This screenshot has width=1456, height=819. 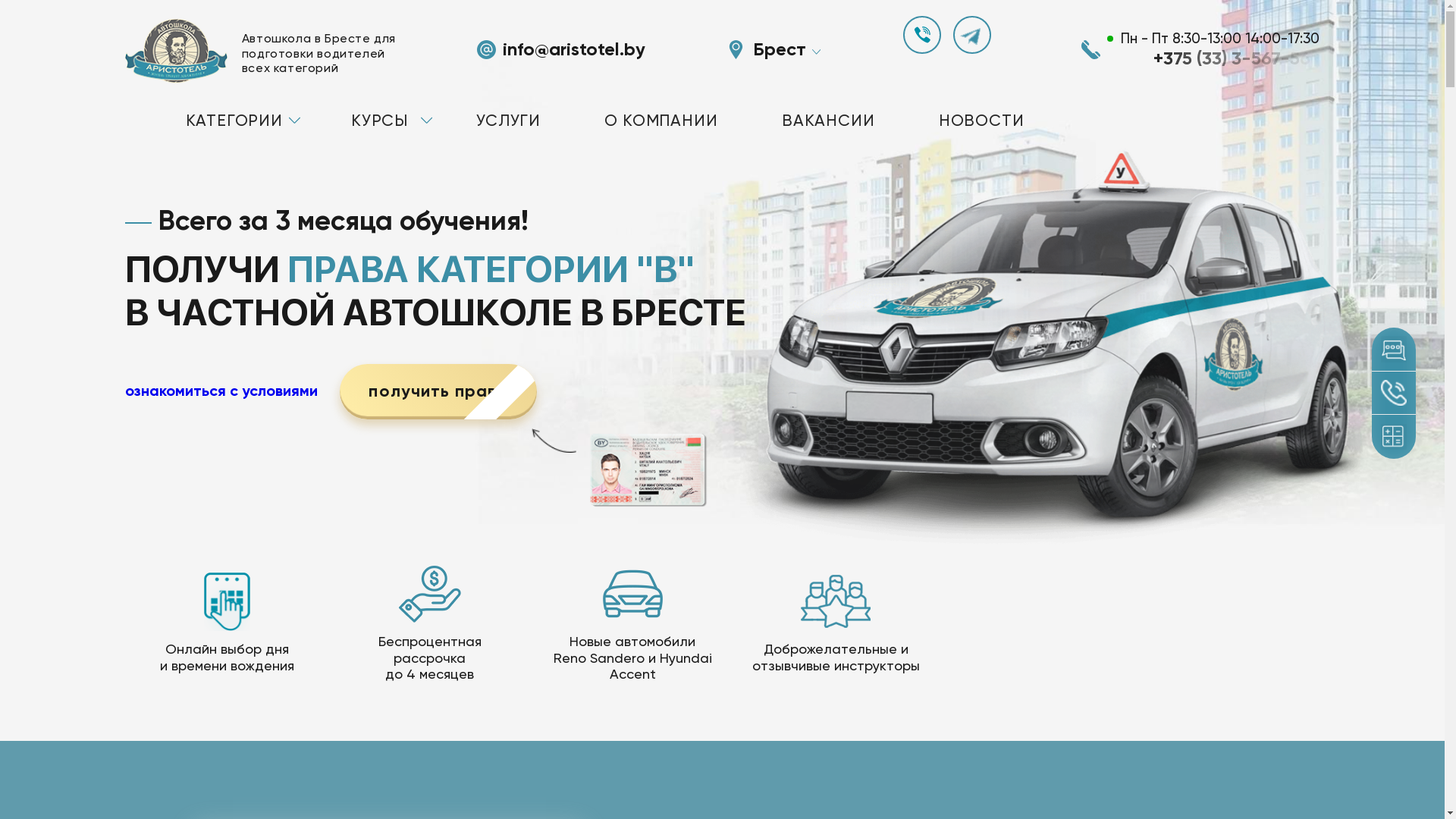 I want to click on '+375 (33) 3-567-56', so click(x=1153, y=57).